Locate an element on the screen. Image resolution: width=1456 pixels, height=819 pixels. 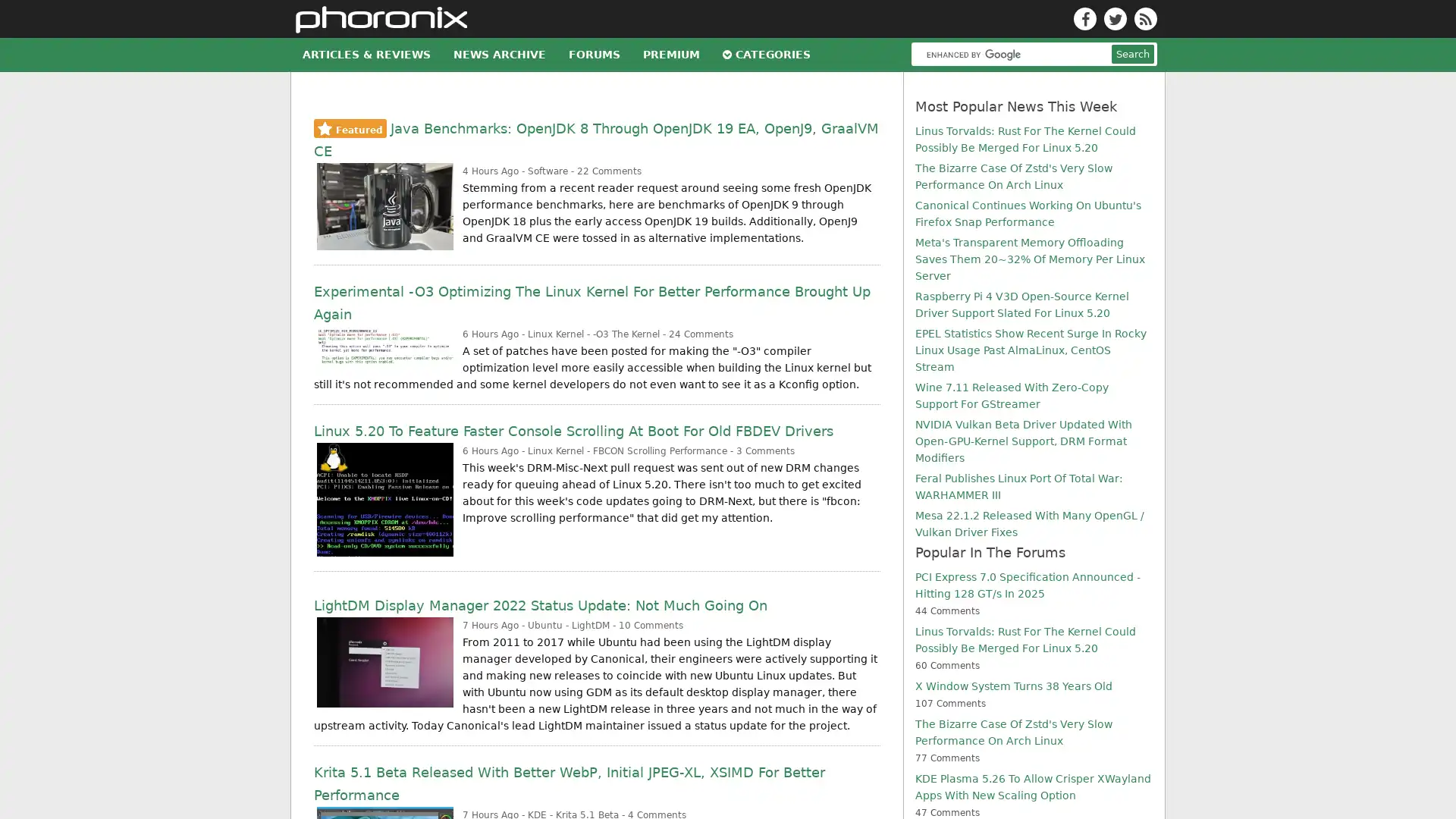
Search is located at coordinates (1132, 243).